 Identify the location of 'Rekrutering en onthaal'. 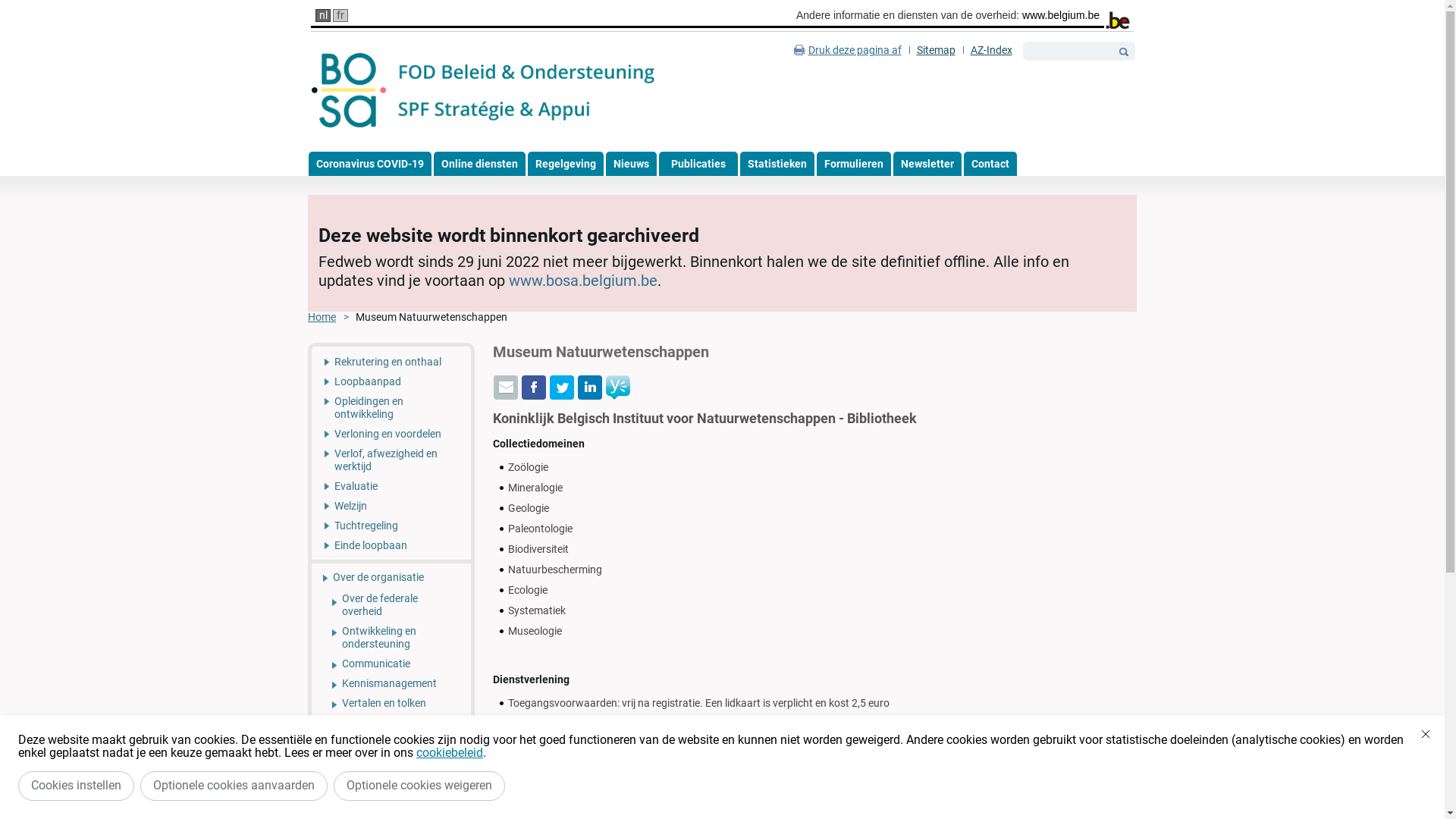
(311, 359).